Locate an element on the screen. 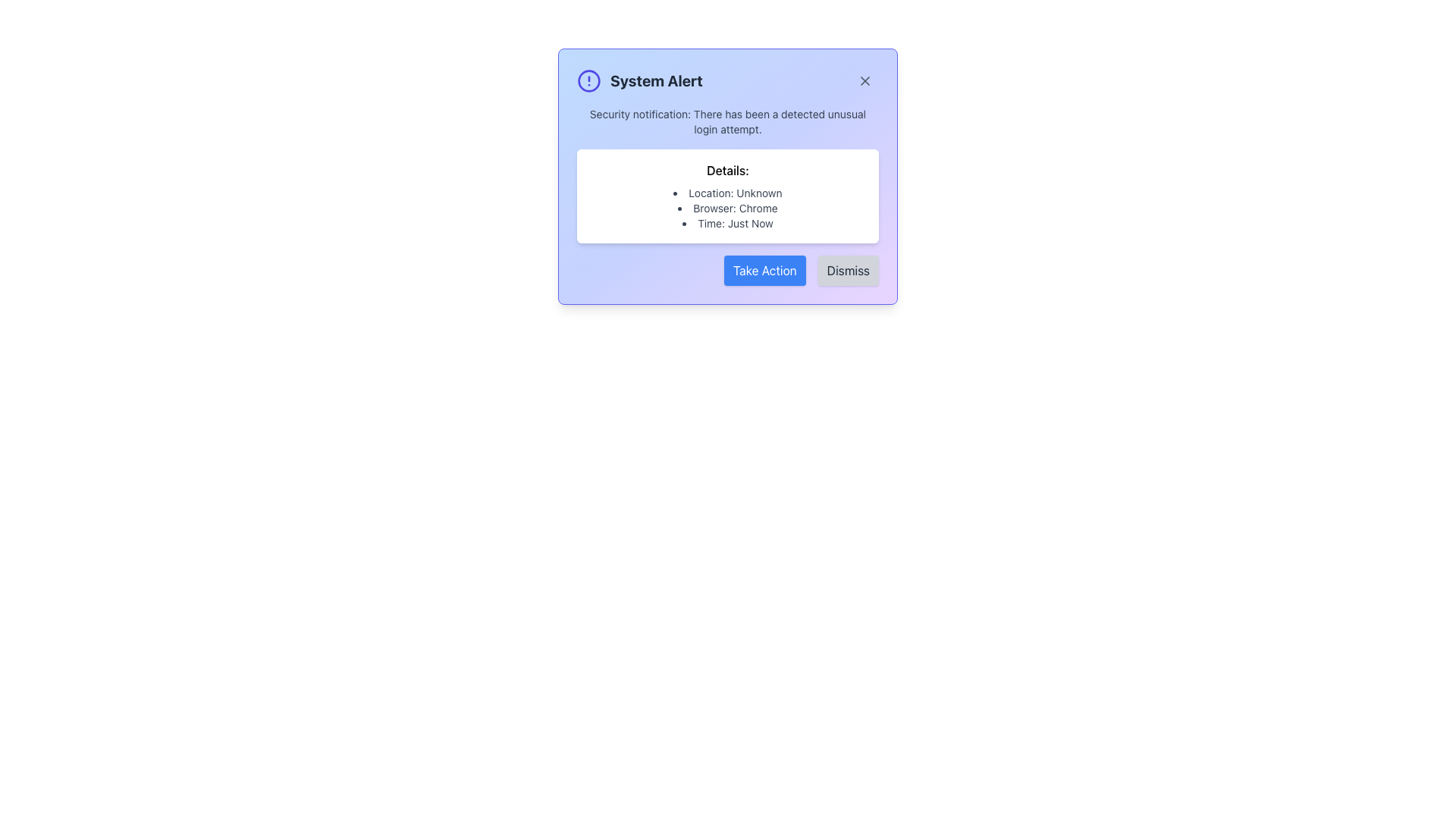 The height and width of the screenshot is (819, 1456). information displayed in the bulleted list format located in the modal under the 'Details:' header is located at coordinates (728, 208).